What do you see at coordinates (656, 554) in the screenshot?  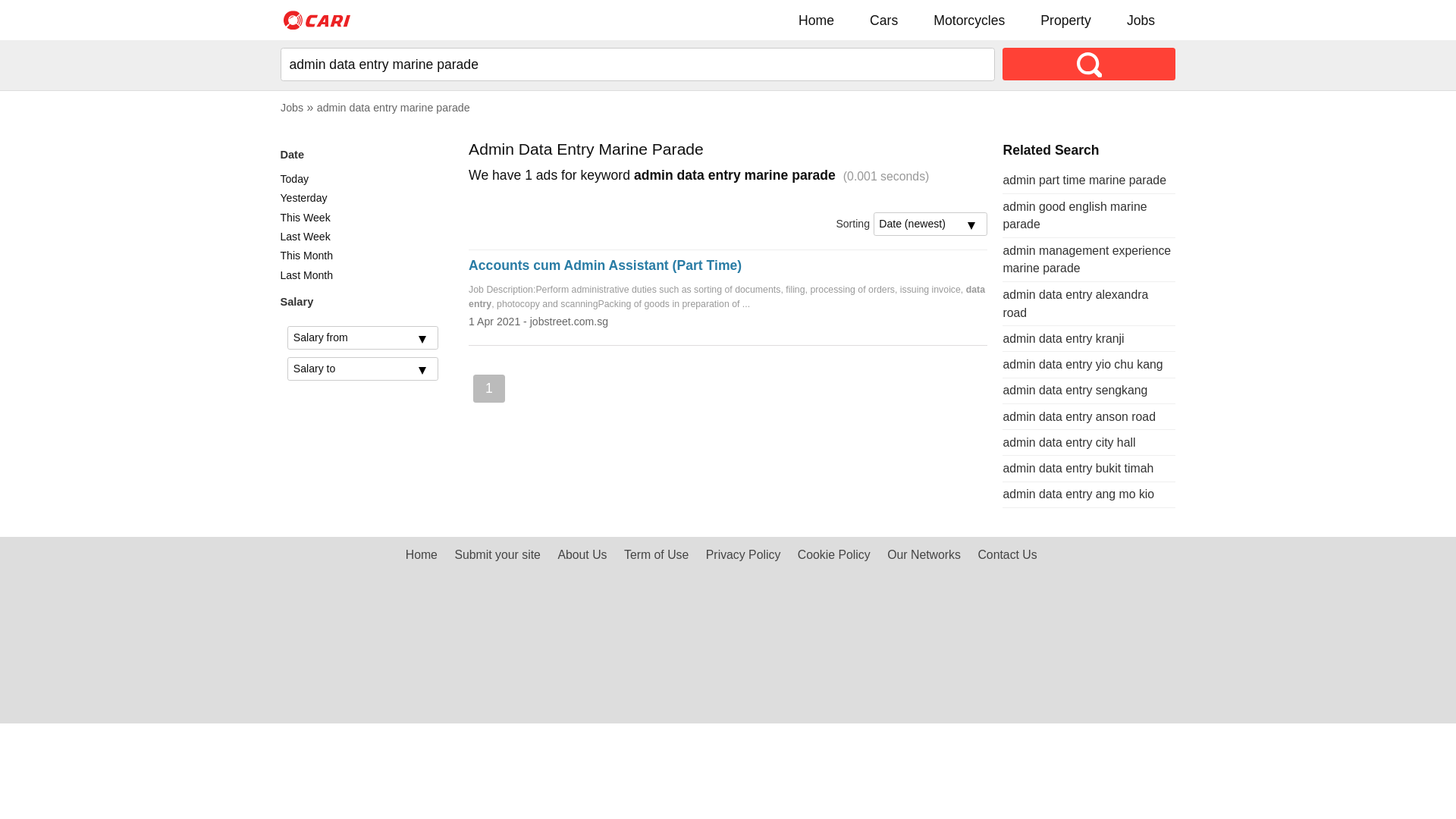 I see `'Term of Use'` at bounding box center [656, 554].